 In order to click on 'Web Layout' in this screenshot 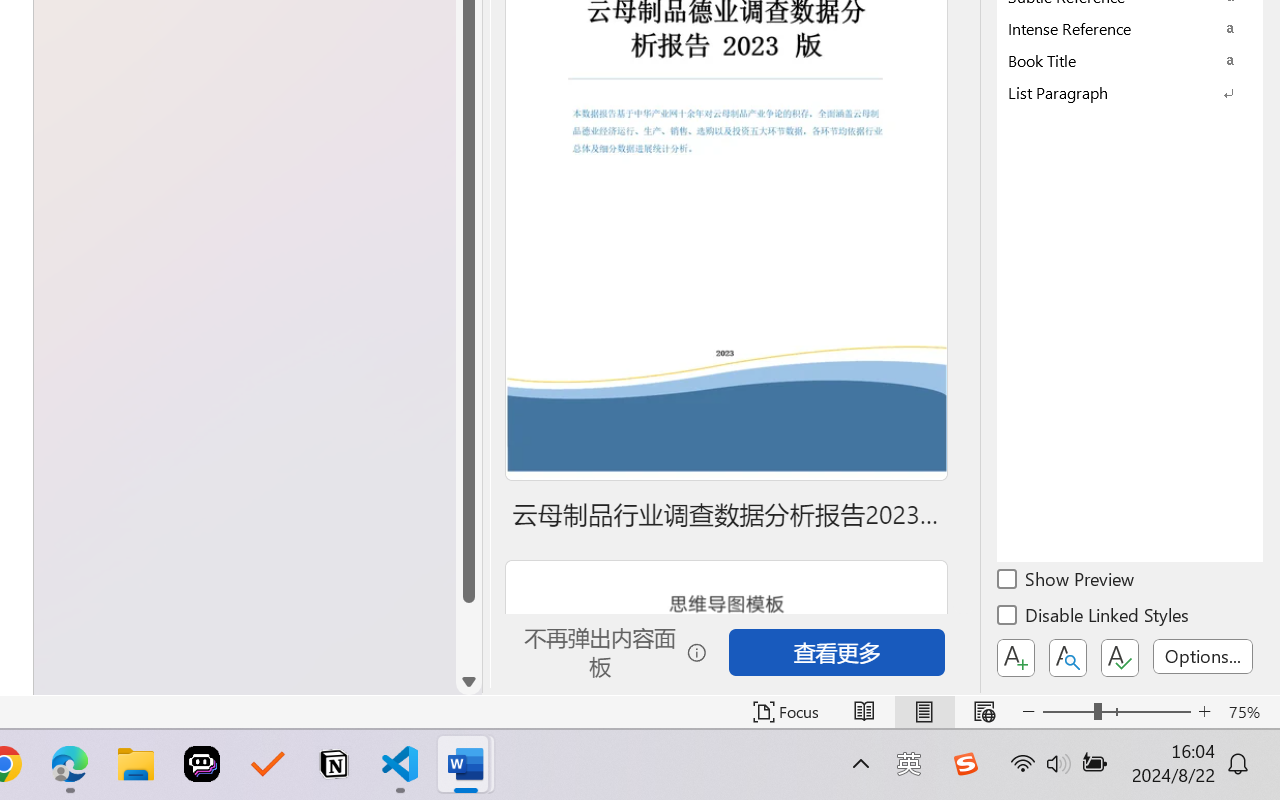, I will do `click(984, 711)`.